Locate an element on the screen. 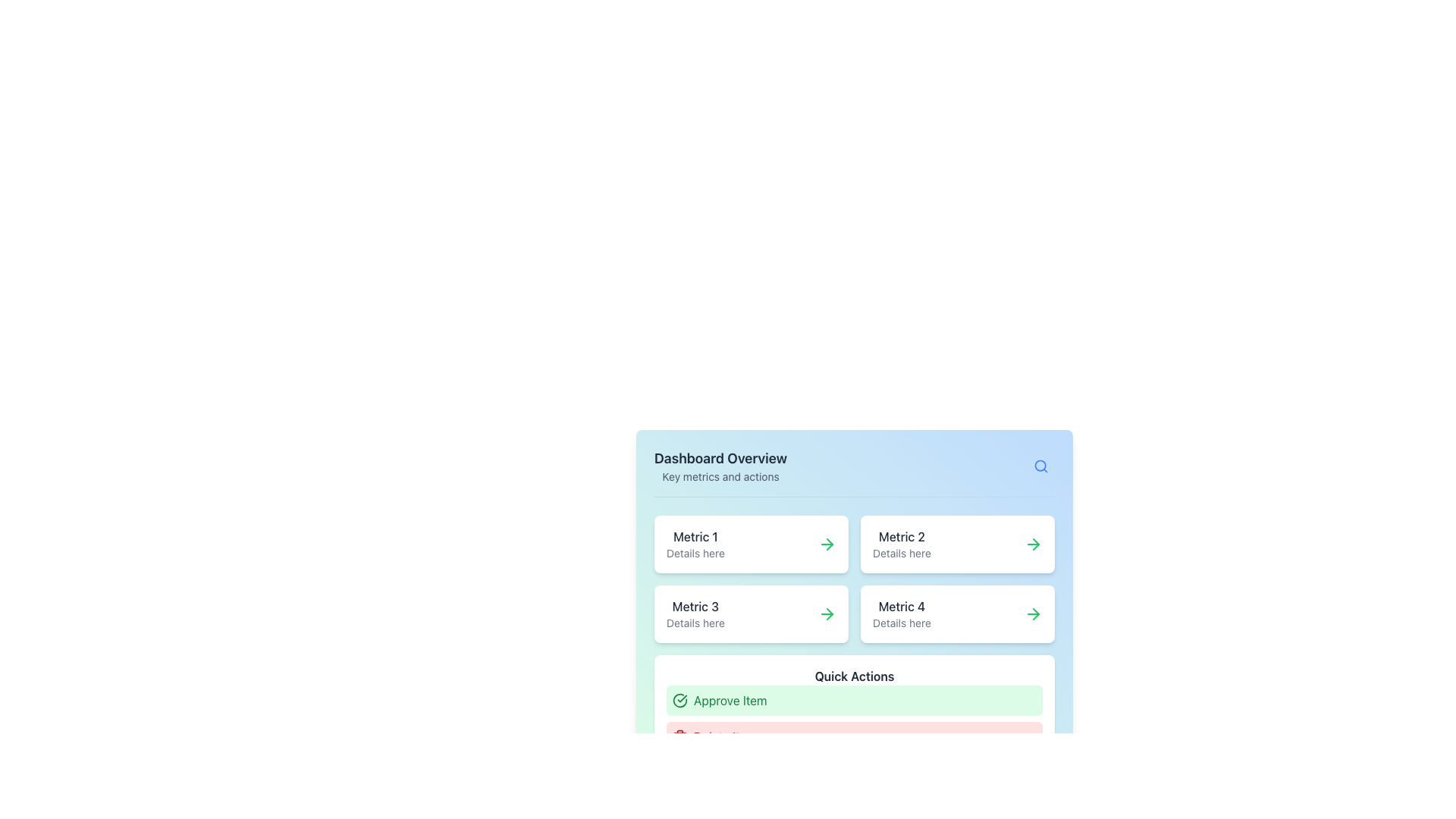  the circular green checkmark icon located to the left of the 'Approve Item' text within the 'Quick Actions' section is located at coordinates (679, 701).